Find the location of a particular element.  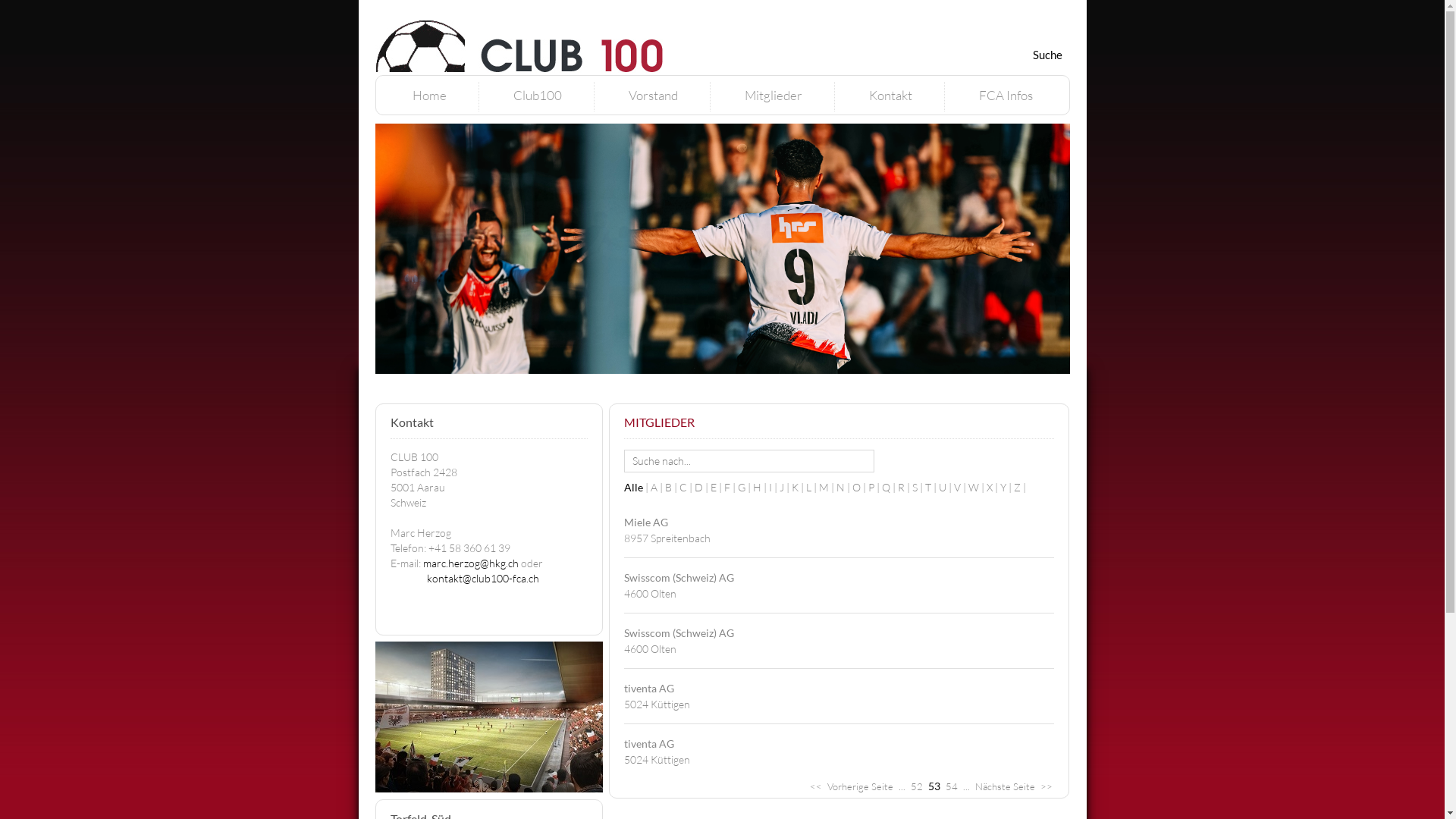

'F' is located at coordinates (723, 487).